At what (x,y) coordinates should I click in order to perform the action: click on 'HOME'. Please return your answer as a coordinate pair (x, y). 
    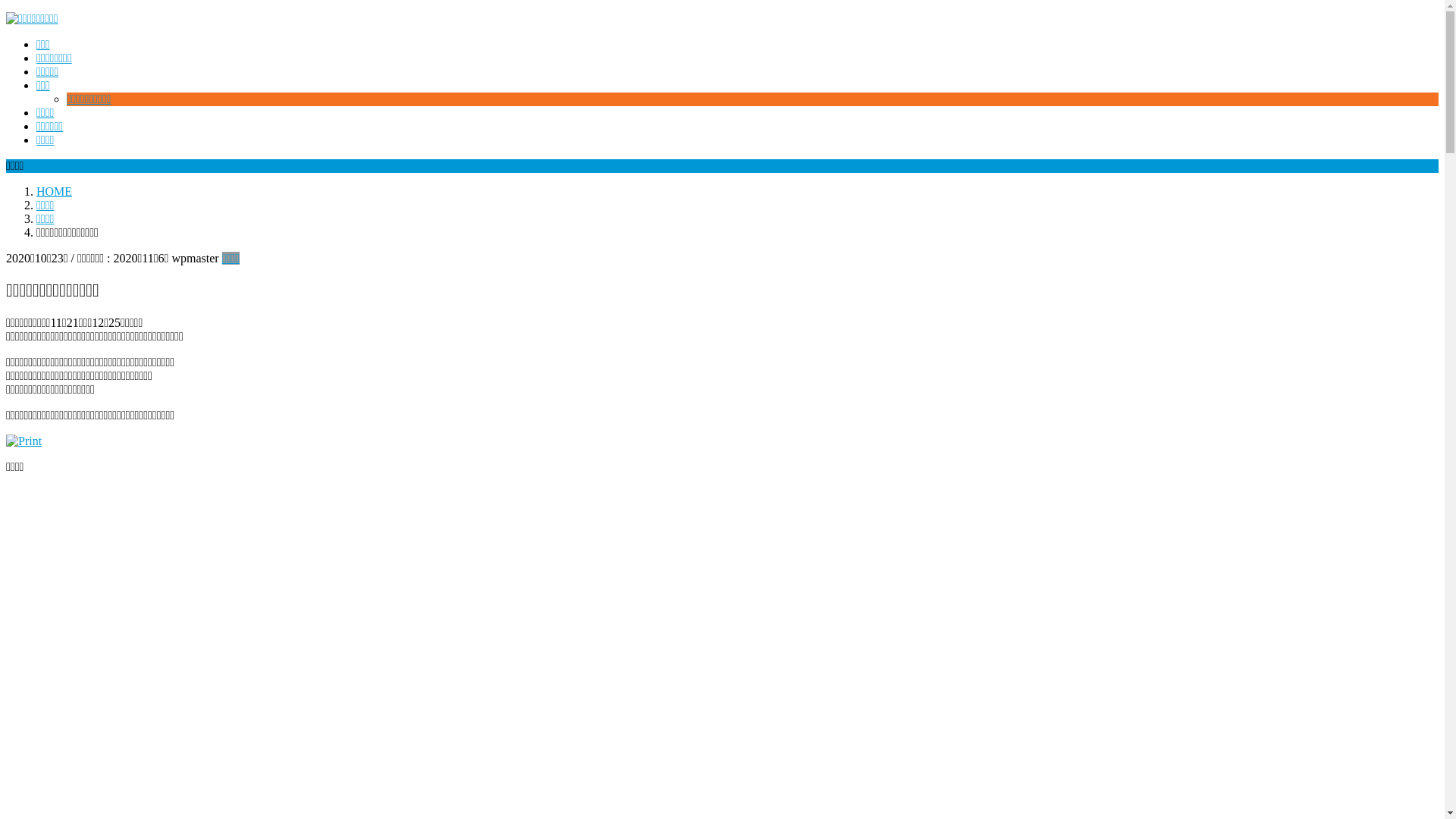
    Looking at the image, I should click on (54, 190).